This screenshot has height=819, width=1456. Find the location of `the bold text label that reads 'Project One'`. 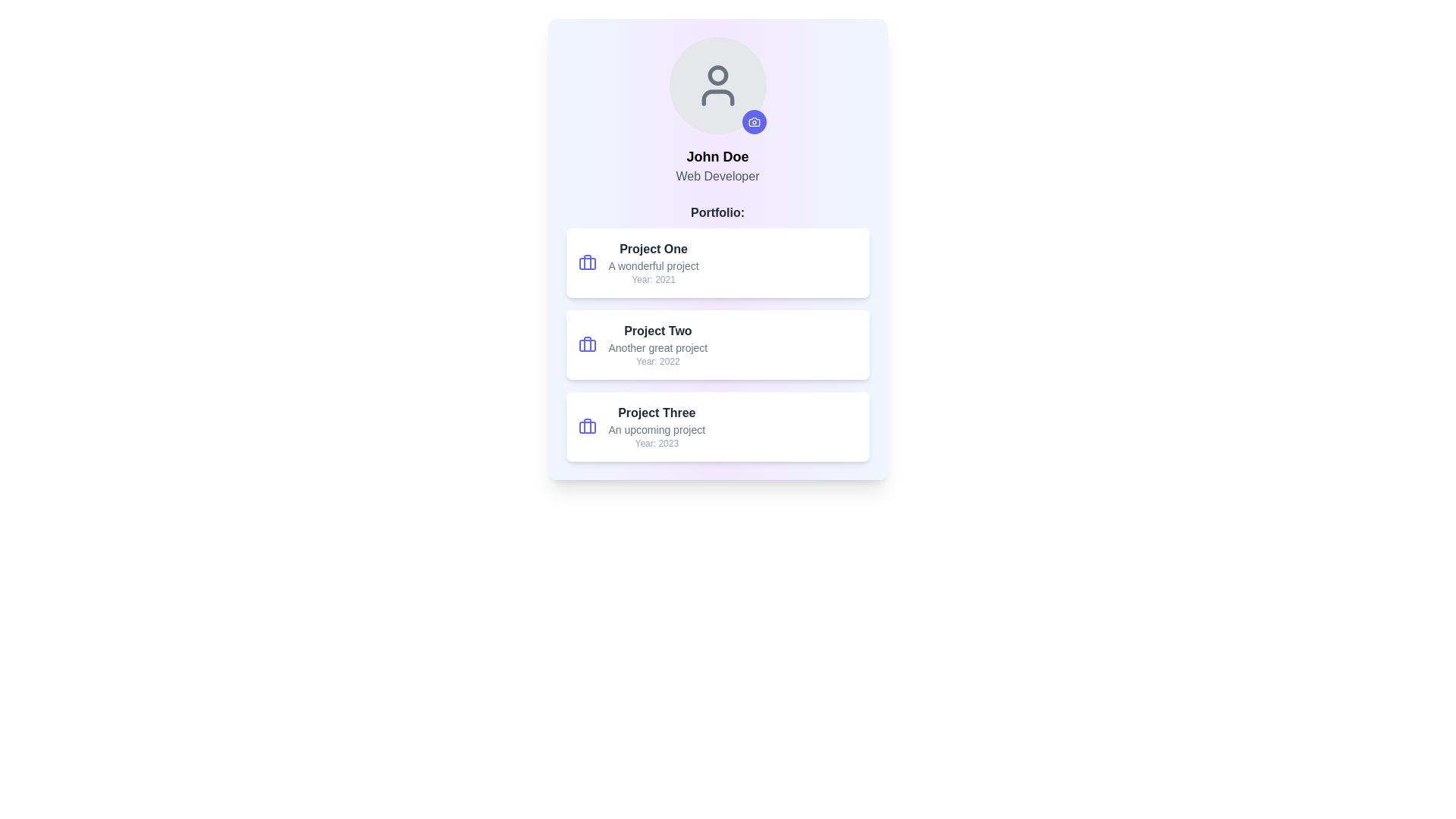

the bold text label that reads 'Project One' is located at coordinates (654, 248).